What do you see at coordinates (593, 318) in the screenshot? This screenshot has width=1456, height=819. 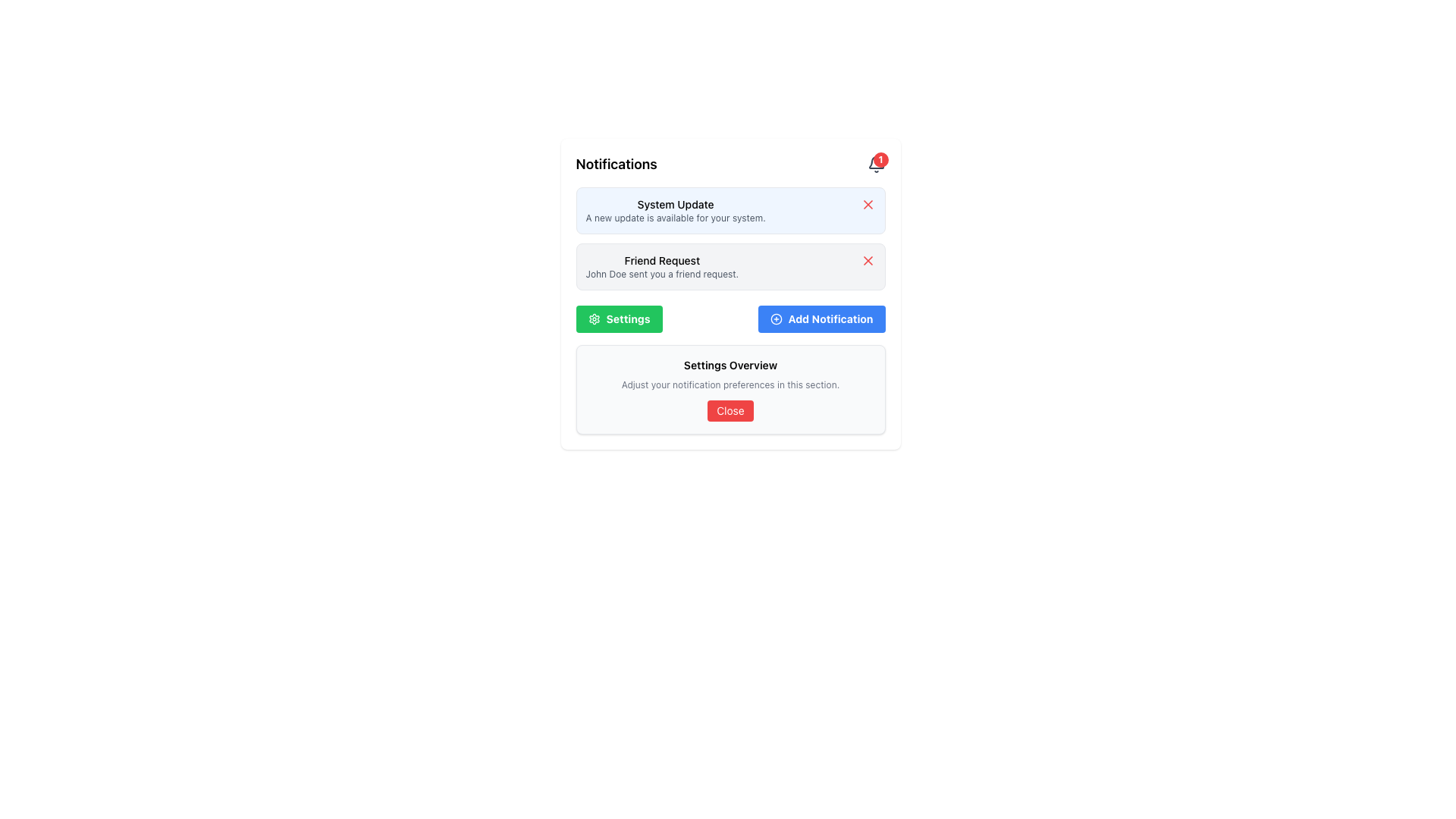 I see `the gear icon located near the bottom-left corner of the 'Notifications' dialog box` at bounding box center [593, 318].